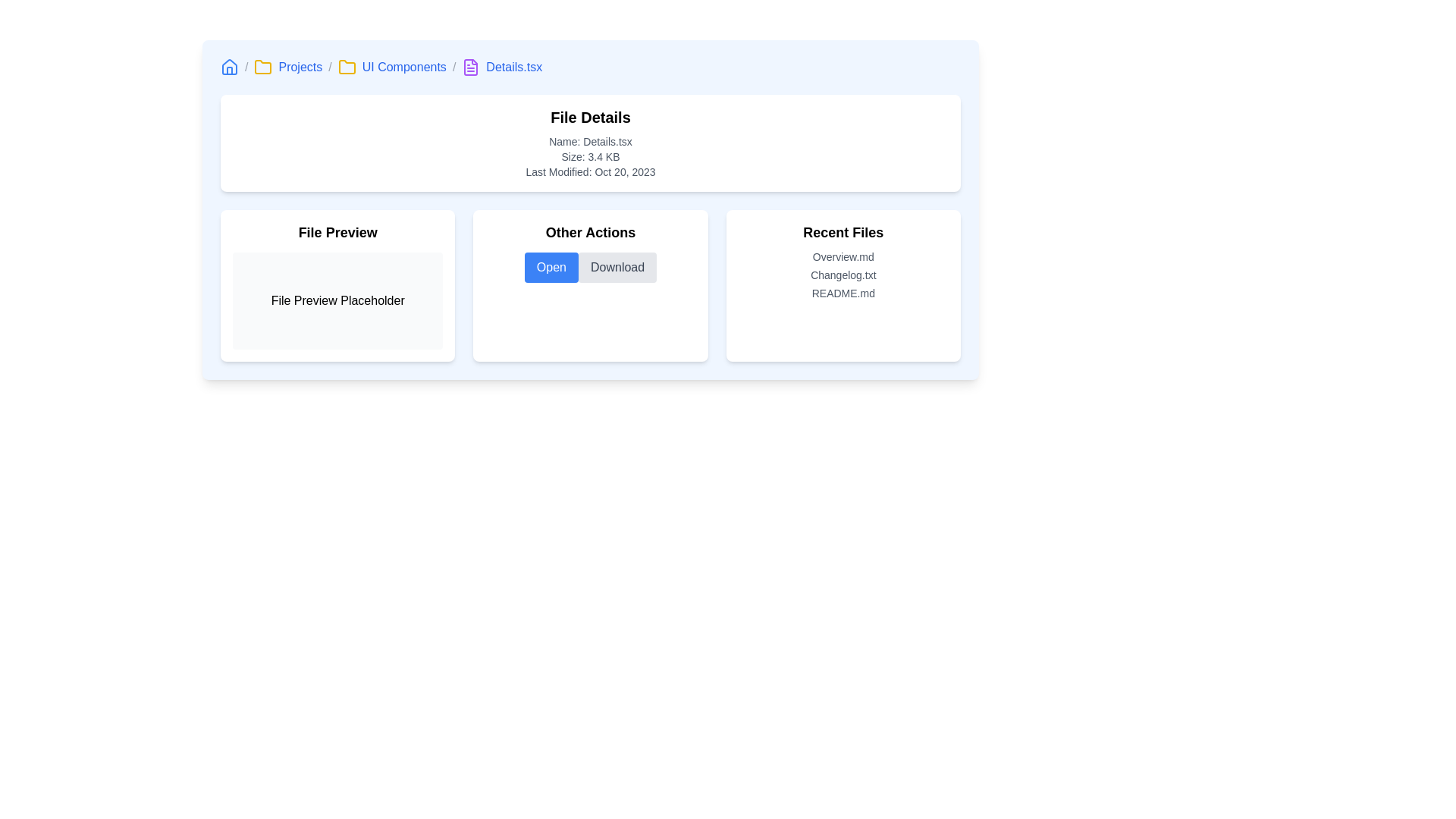  What do you see at coordinates (589, 157) in the screenshot?
I see `the text label displaying 'Size: 3.4 KB' located under the 'File Details' section, which is the third element among its siblings` at bounding box center [589, 157].